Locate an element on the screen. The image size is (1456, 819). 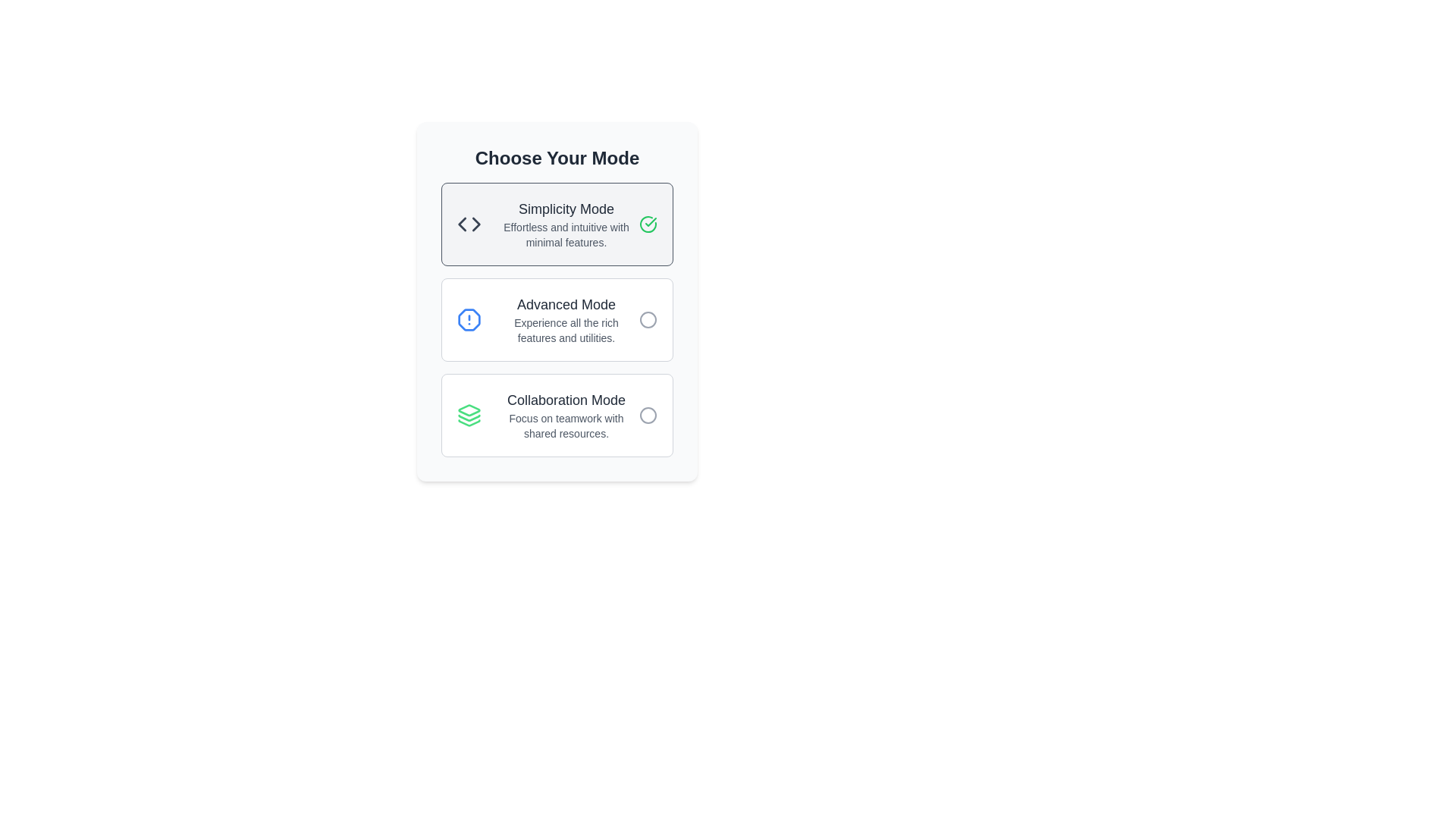
the visual design of the green triangular stack icon located at the top-center of the 'Collaboration Mode' option, which is the first layer in a stack of three is located at coordinates (469, 410).